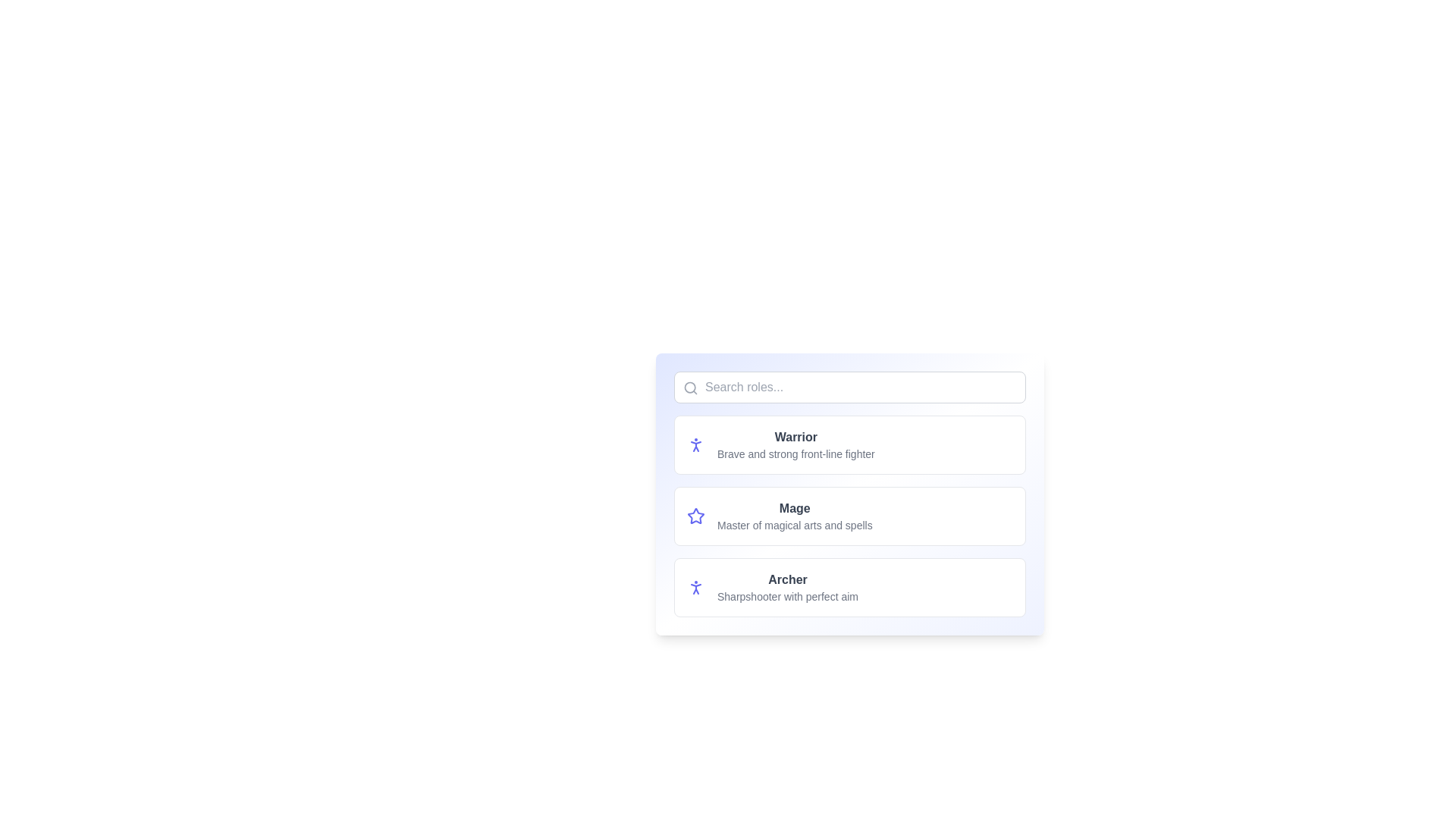  What do you see at coordinates (850, 516) in the screenshot?
I see `the second panel of the vertical role selection list` at bounding box center [850, 516].